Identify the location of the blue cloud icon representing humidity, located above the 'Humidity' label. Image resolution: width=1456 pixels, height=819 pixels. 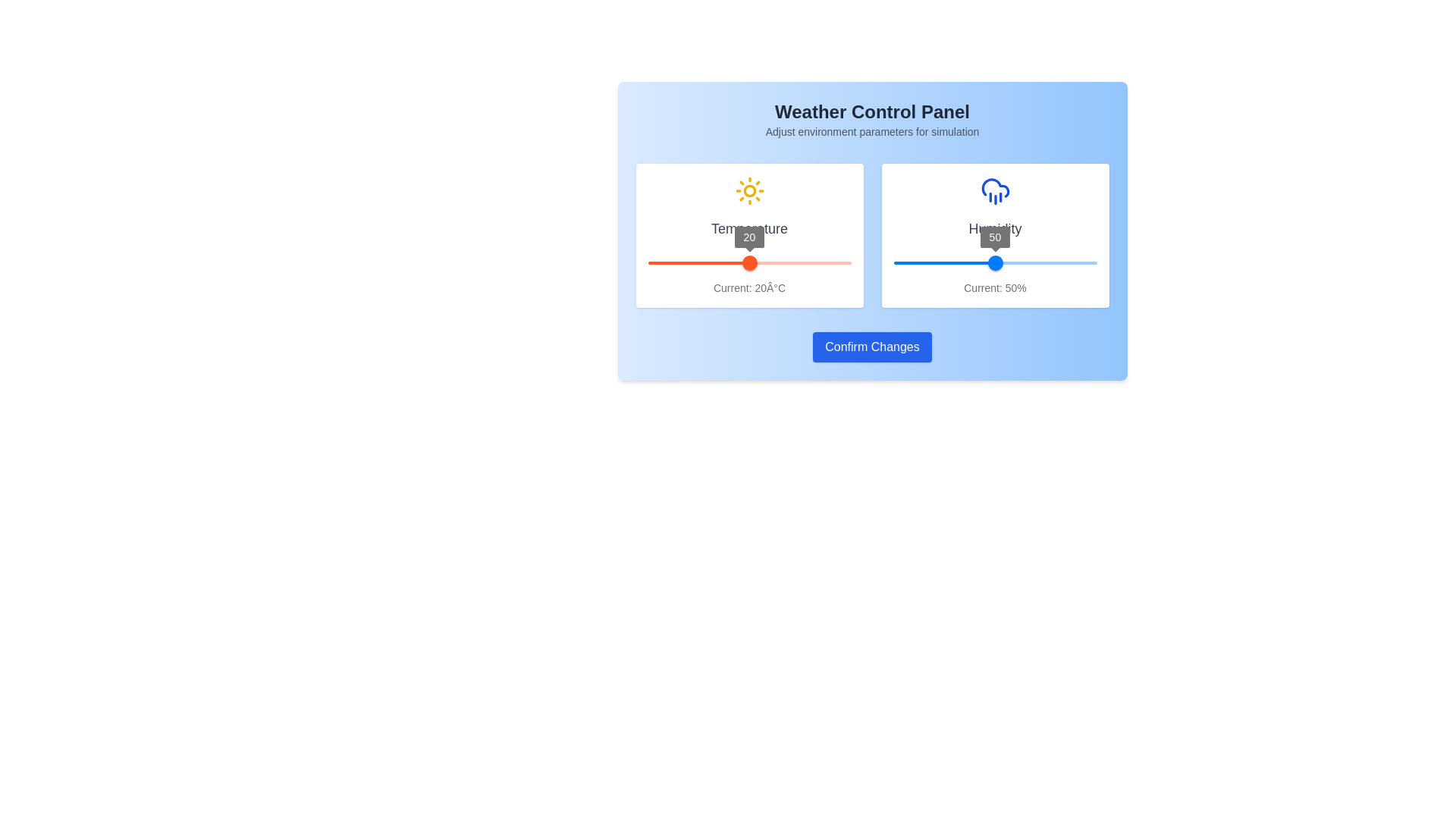
(995, 190).